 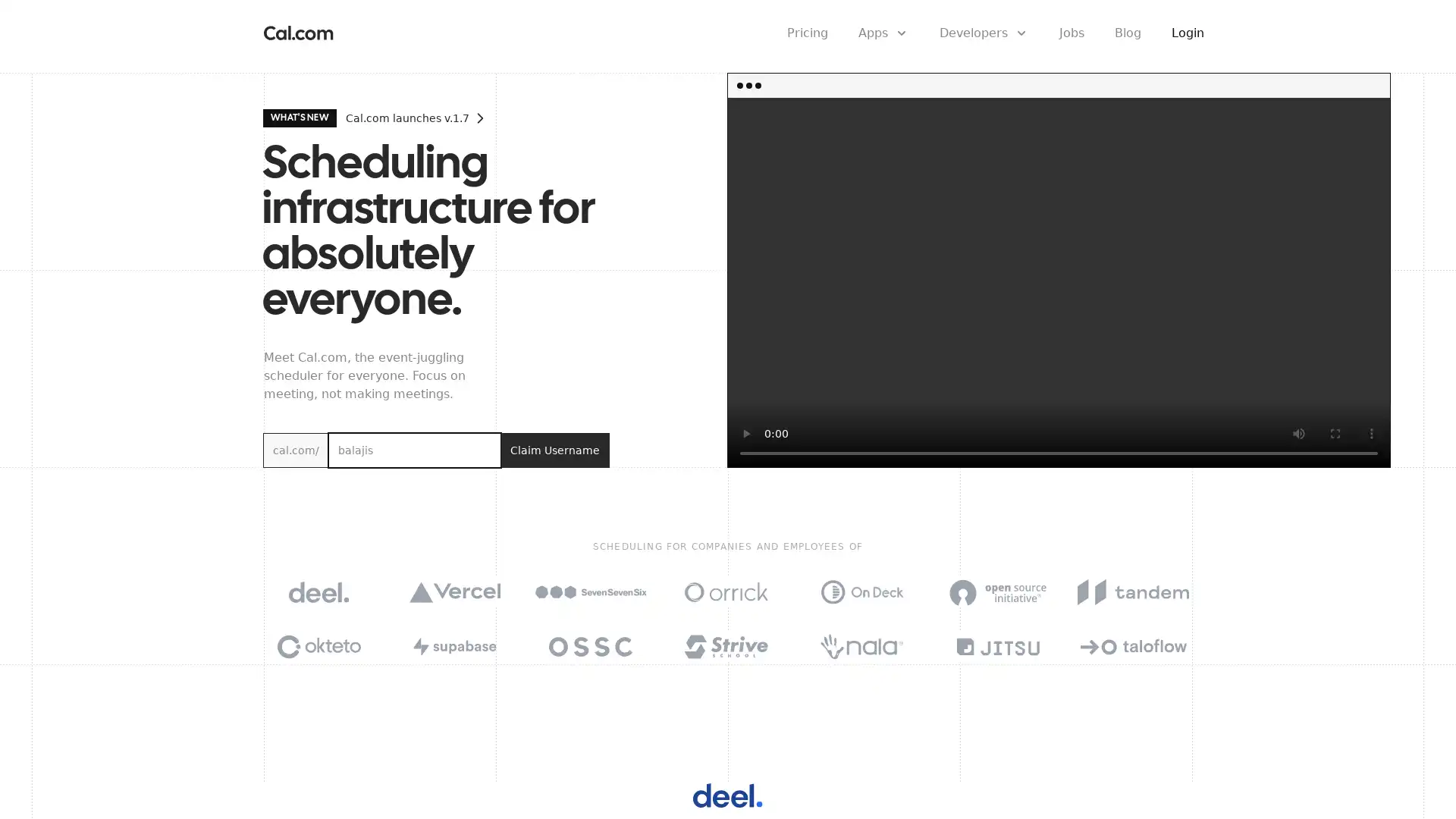 What do you see at coordinates (745, 433) in the screenshot?
I see `play` at bounding box center [745, 433].